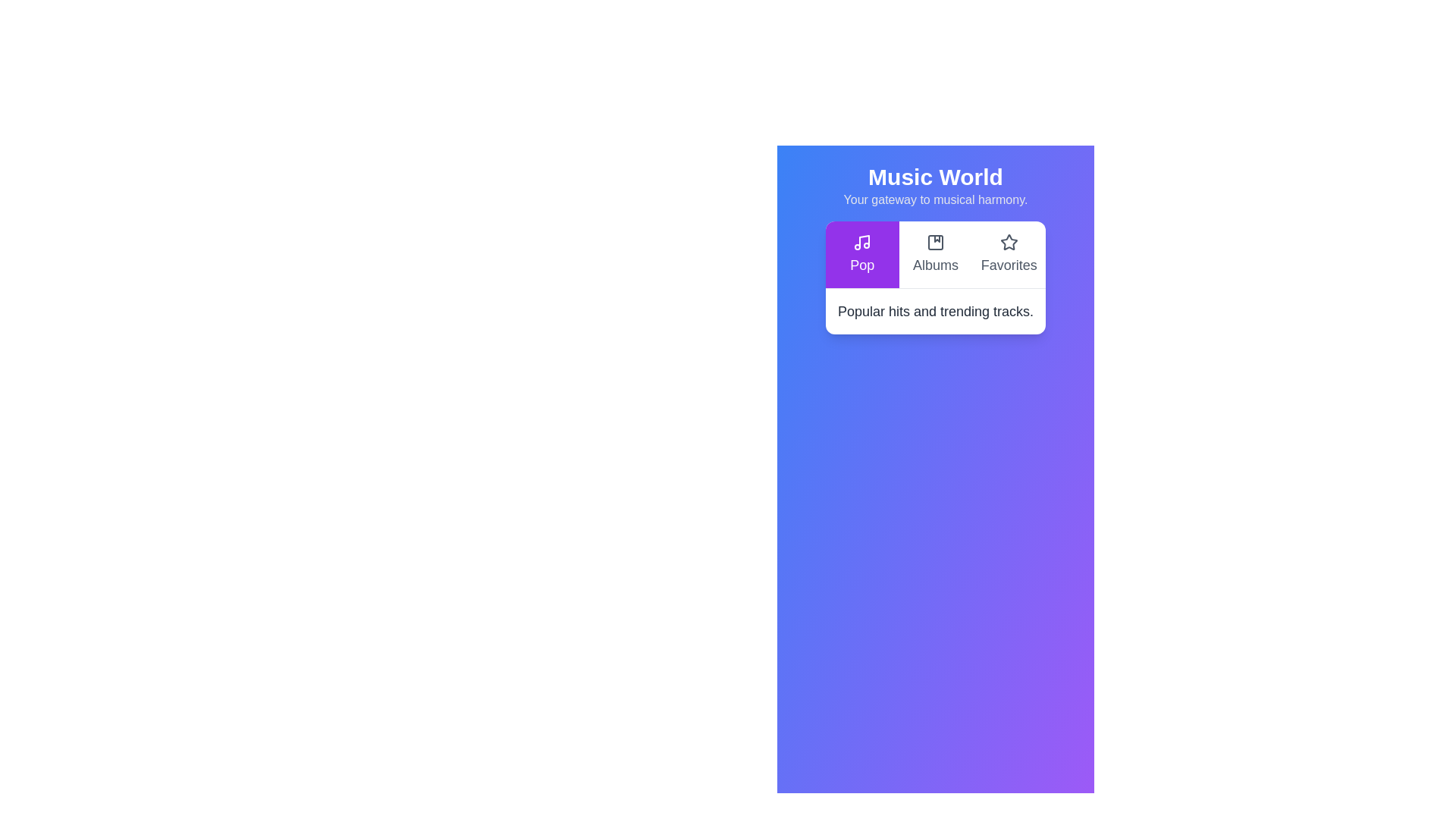  Describe the element at coordinates (862, 253) in the screenshot. I see `the 'Pop' button to view its description` at that location.